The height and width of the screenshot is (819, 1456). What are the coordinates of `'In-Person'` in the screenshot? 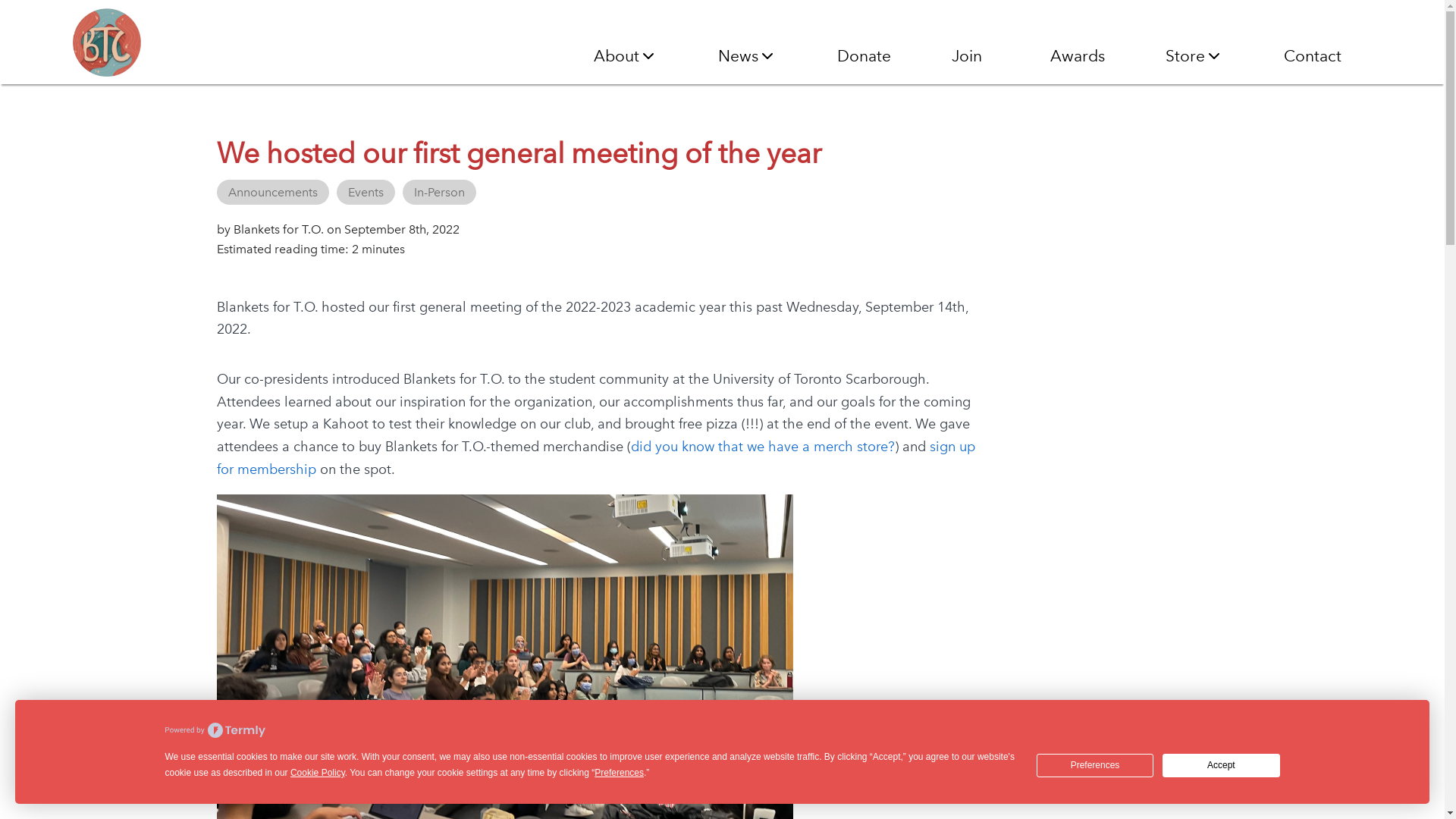 It's located at (438, 191).